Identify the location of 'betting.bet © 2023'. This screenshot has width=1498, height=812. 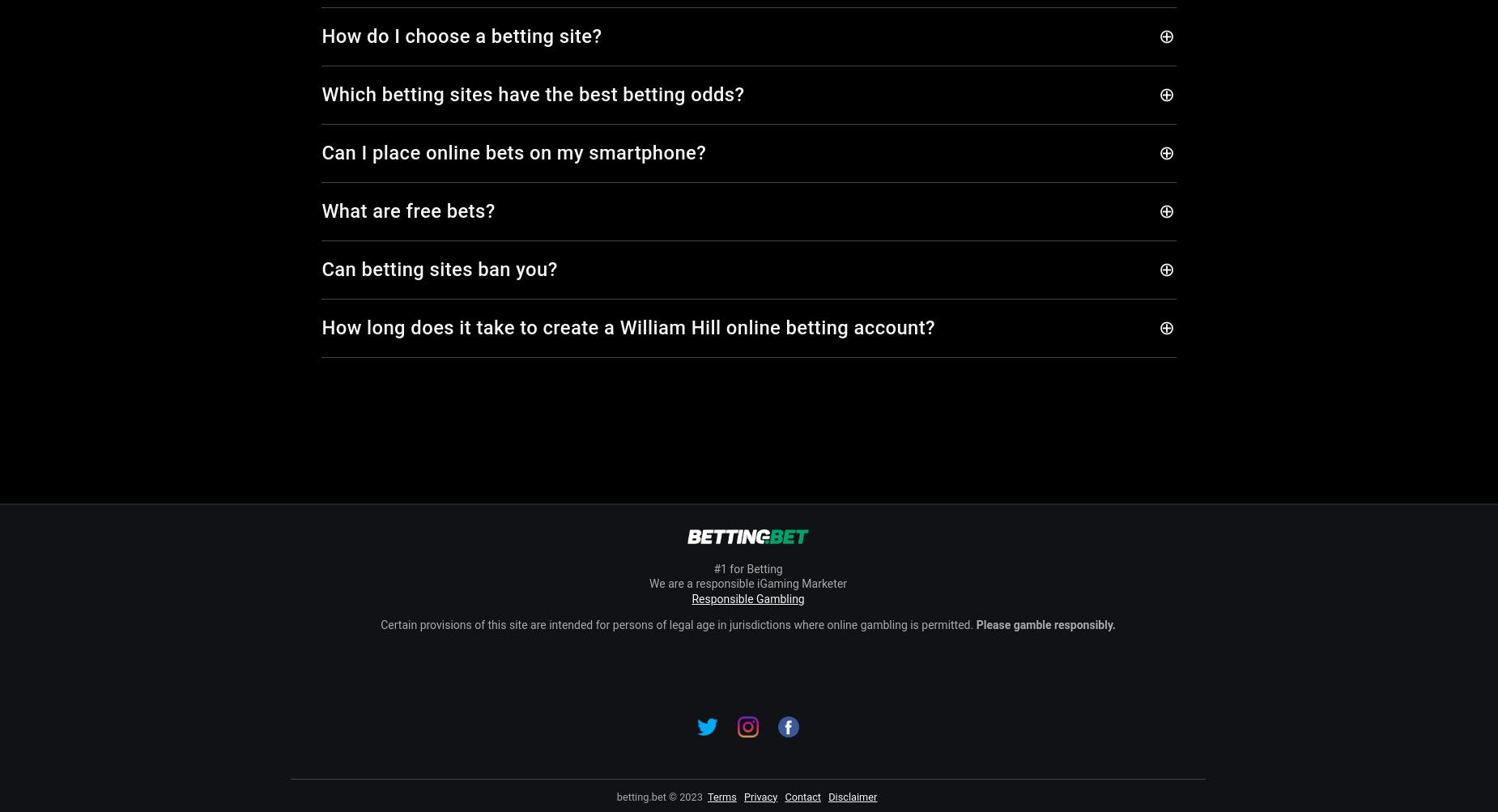
(661, 795).